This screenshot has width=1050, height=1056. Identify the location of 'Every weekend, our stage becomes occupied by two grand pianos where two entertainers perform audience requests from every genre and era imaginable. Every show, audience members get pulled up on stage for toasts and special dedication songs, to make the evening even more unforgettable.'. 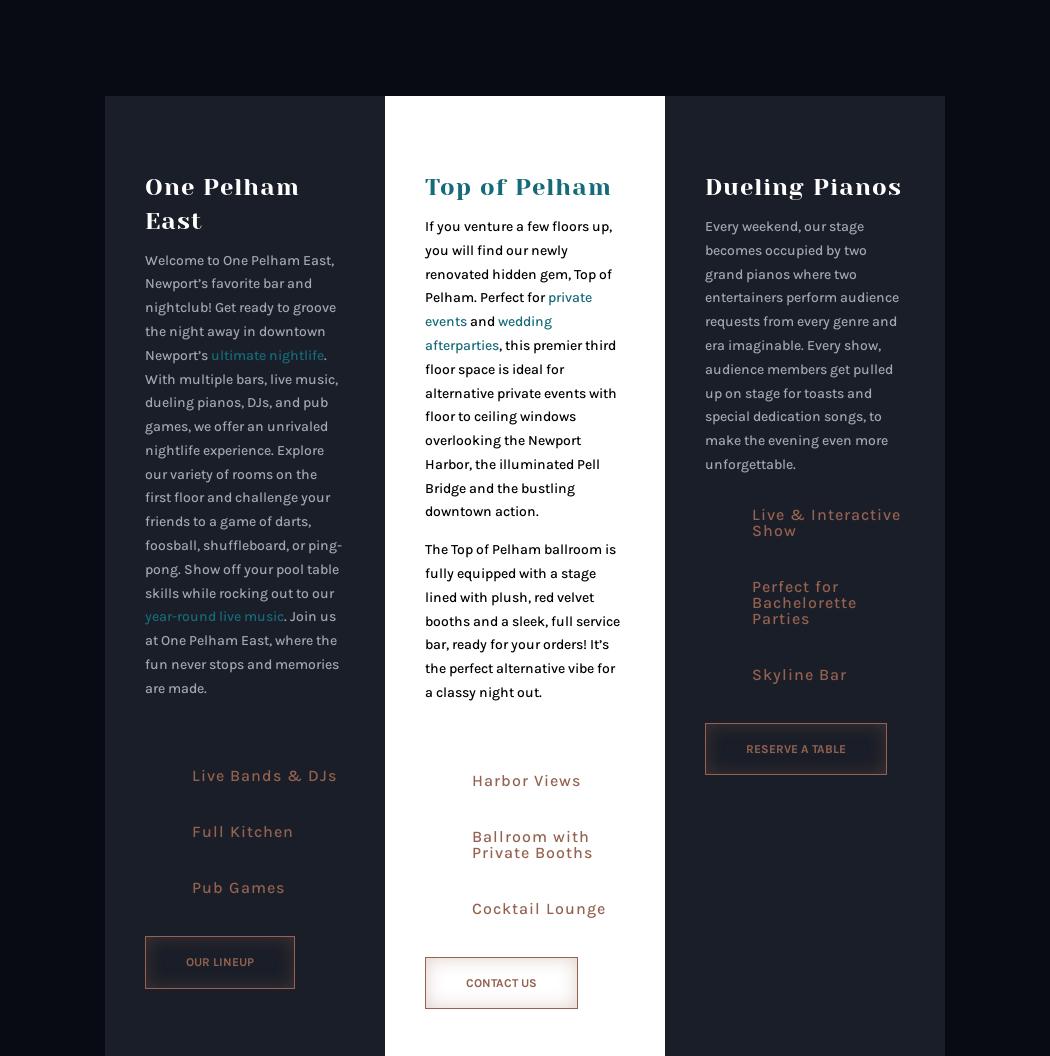
(800, 343).